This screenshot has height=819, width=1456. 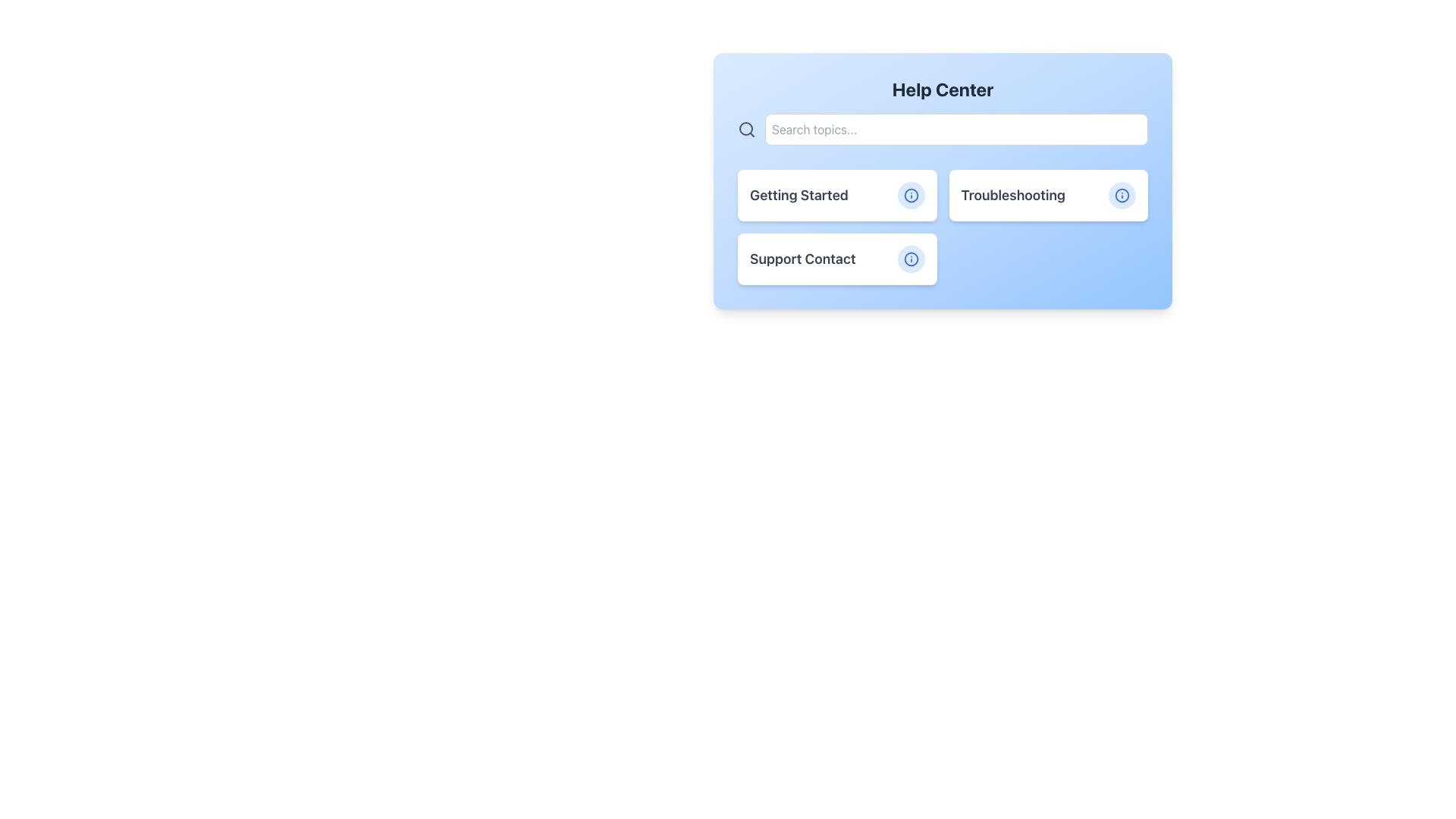 I want to click on the button located at the top-right corner of the 'Getting Started' section within the help menu, so click(x=910, y=195).